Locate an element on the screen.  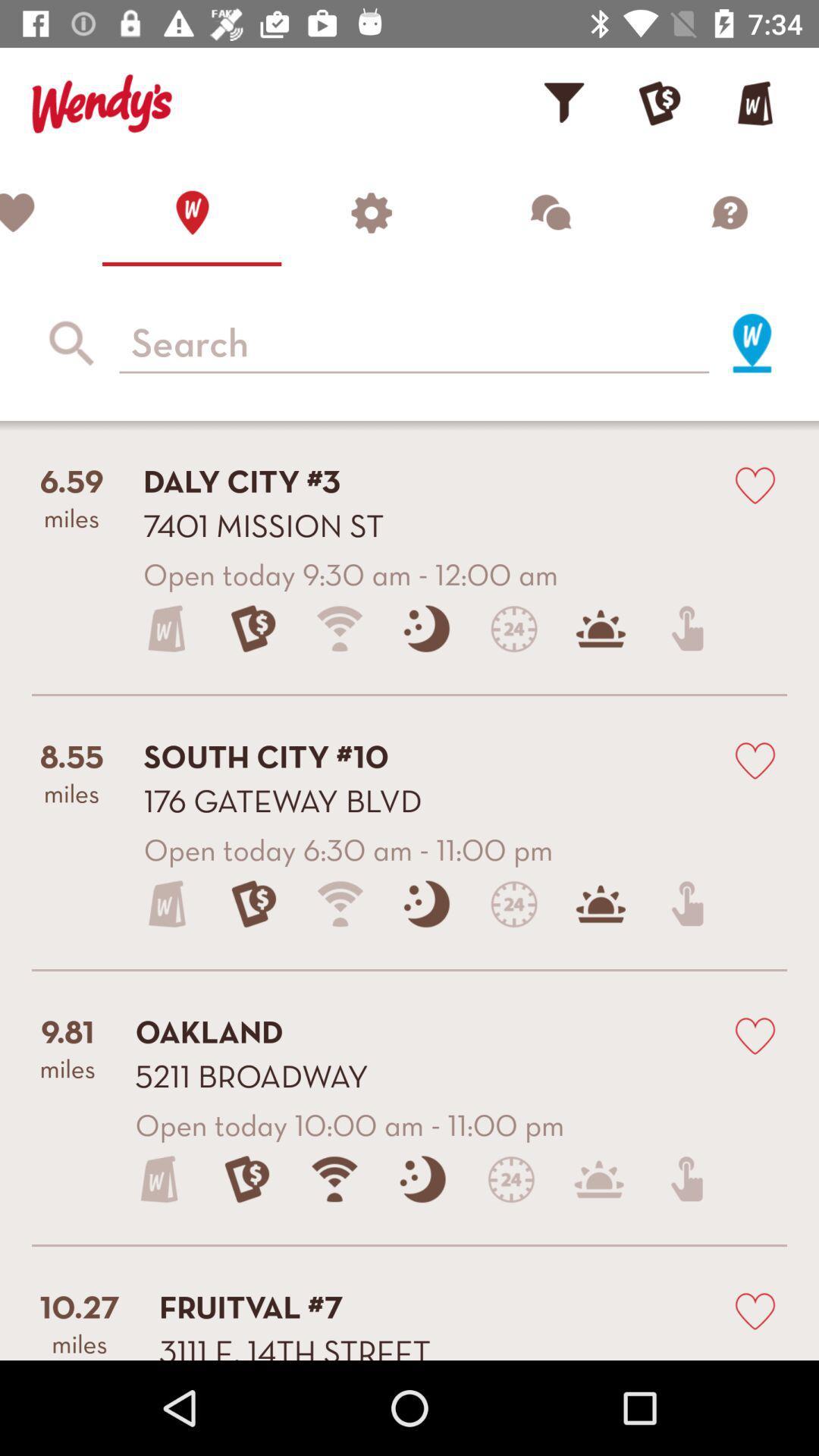
click tools is located at coordinates (371, 212).